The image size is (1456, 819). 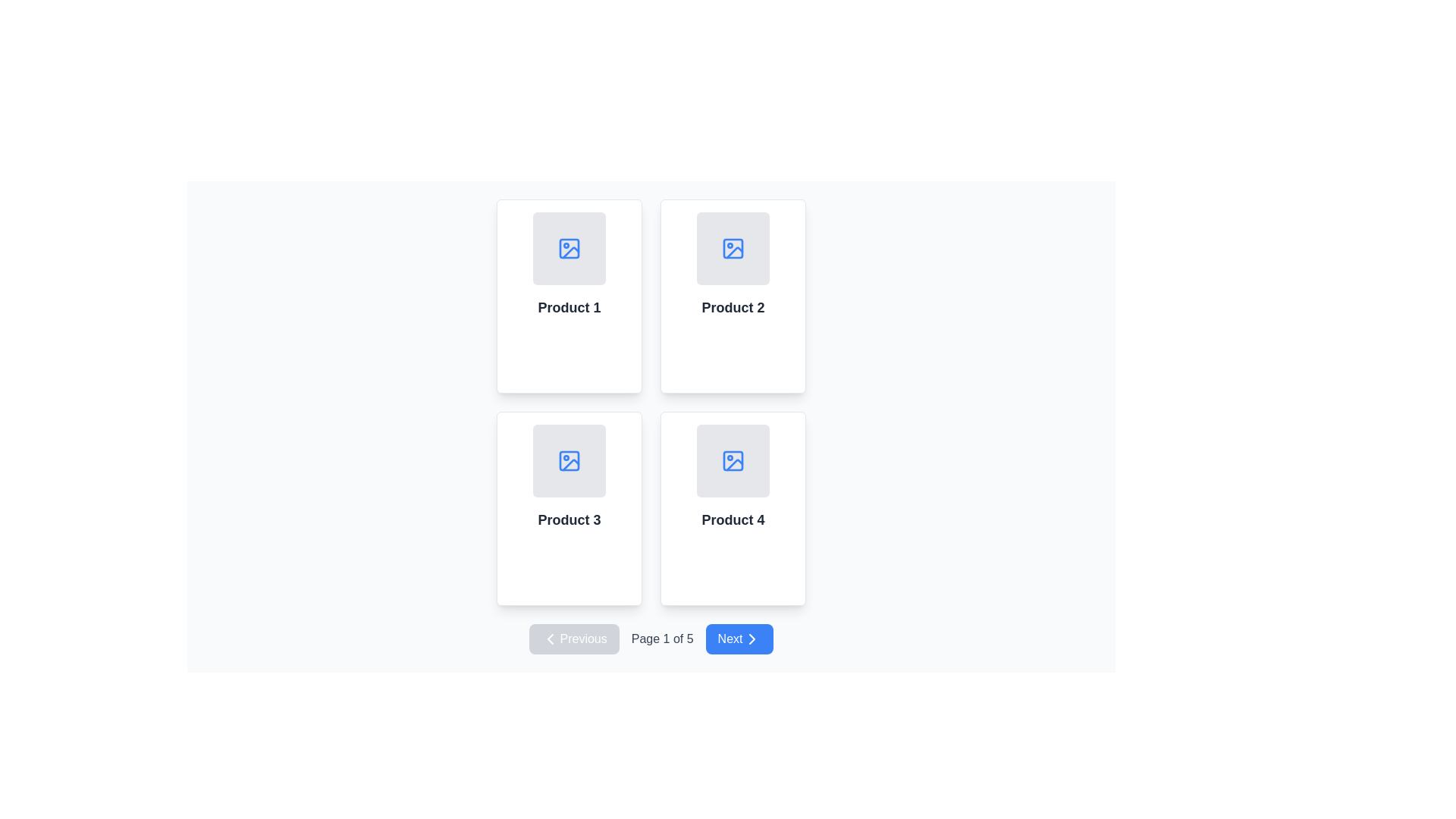 What do you see at coordinates (735, 251) in the screenshot?
I see `bottom portion of the SVG icon in the 'Product 2' card located in the top-right of the layout using developer tools` at bounding box center [735, 251].